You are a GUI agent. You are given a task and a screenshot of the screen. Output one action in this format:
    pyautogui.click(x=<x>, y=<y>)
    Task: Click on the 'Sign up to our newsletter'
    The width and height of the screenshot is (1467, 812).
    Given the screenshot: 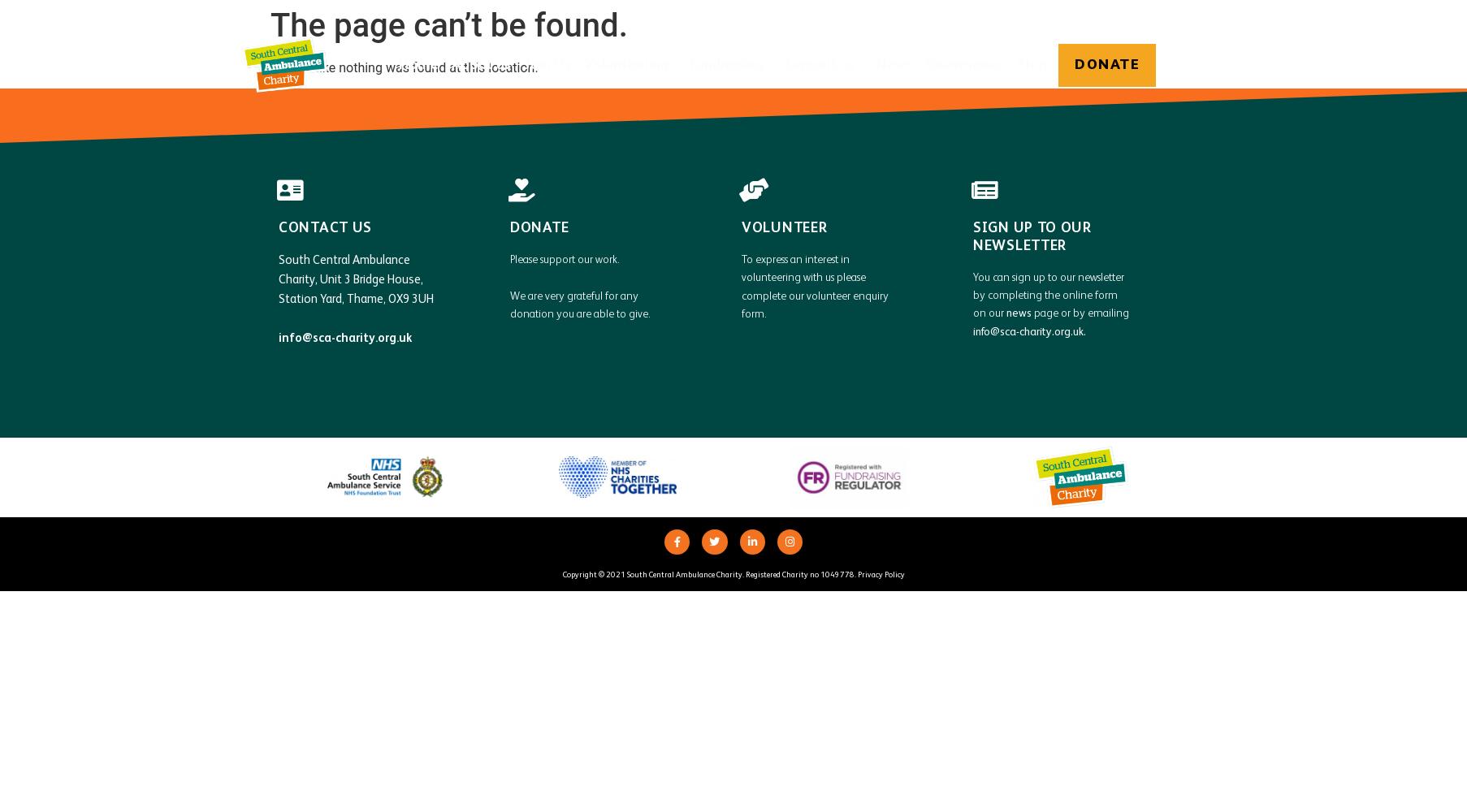 What is the action you would take?
    pyautogui.click(x=1032, y=236)
    